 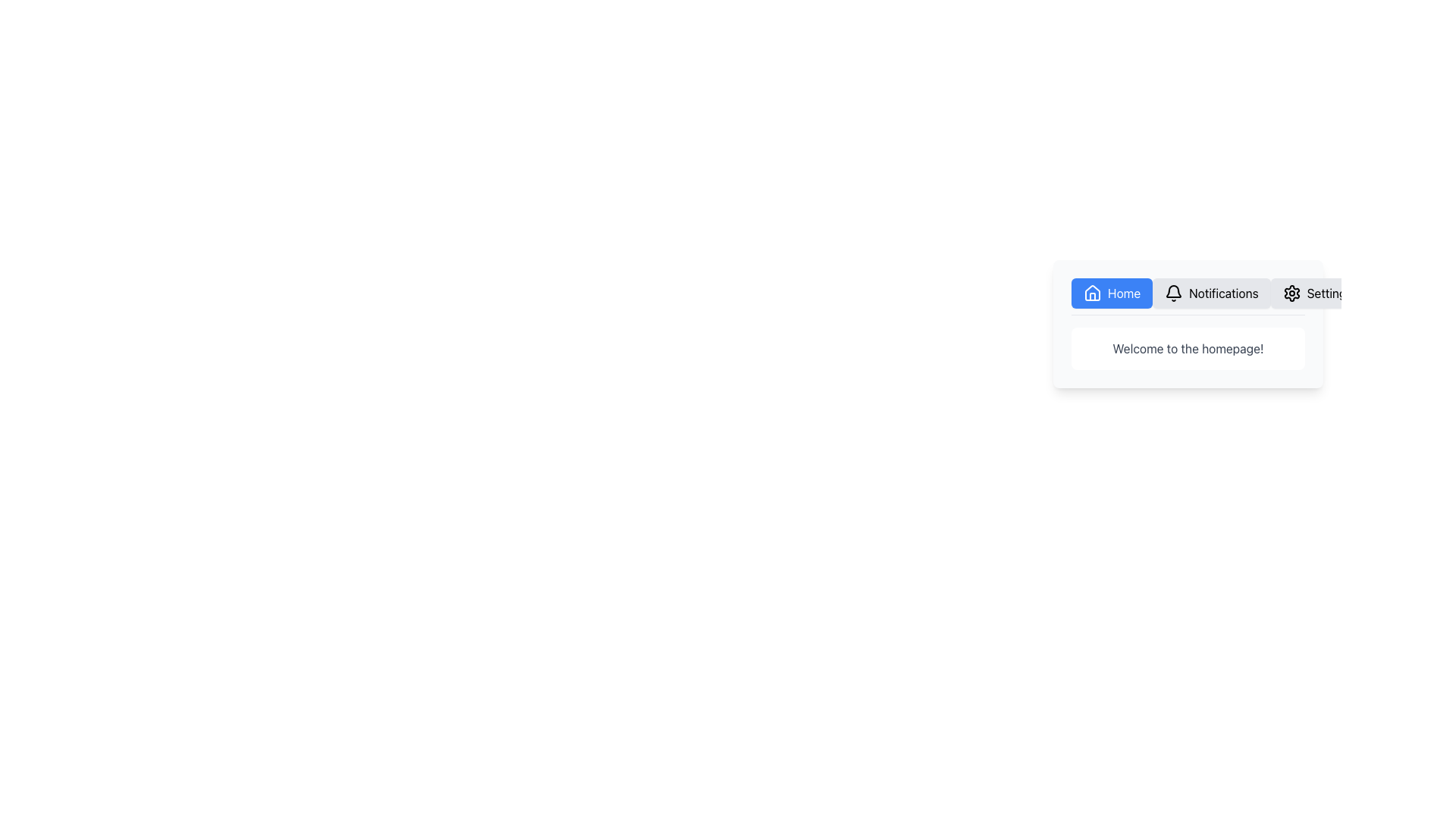 I want to click on the circular settings icon with a gear-like appearance located in the top-right navigation bar, so click(x=1291, y=293).